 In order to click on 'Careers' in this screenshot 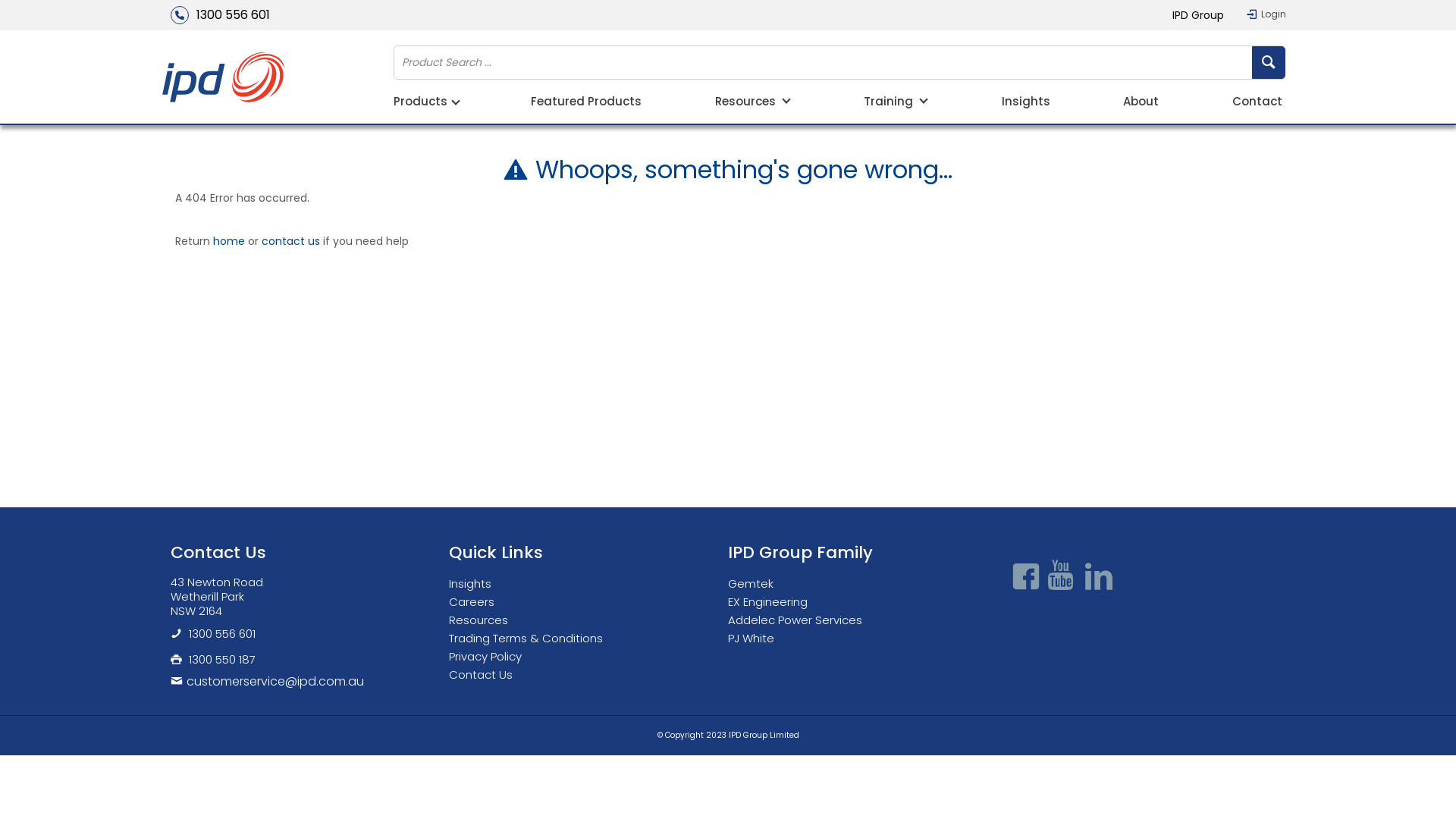, I will do `click(475, 601)`.